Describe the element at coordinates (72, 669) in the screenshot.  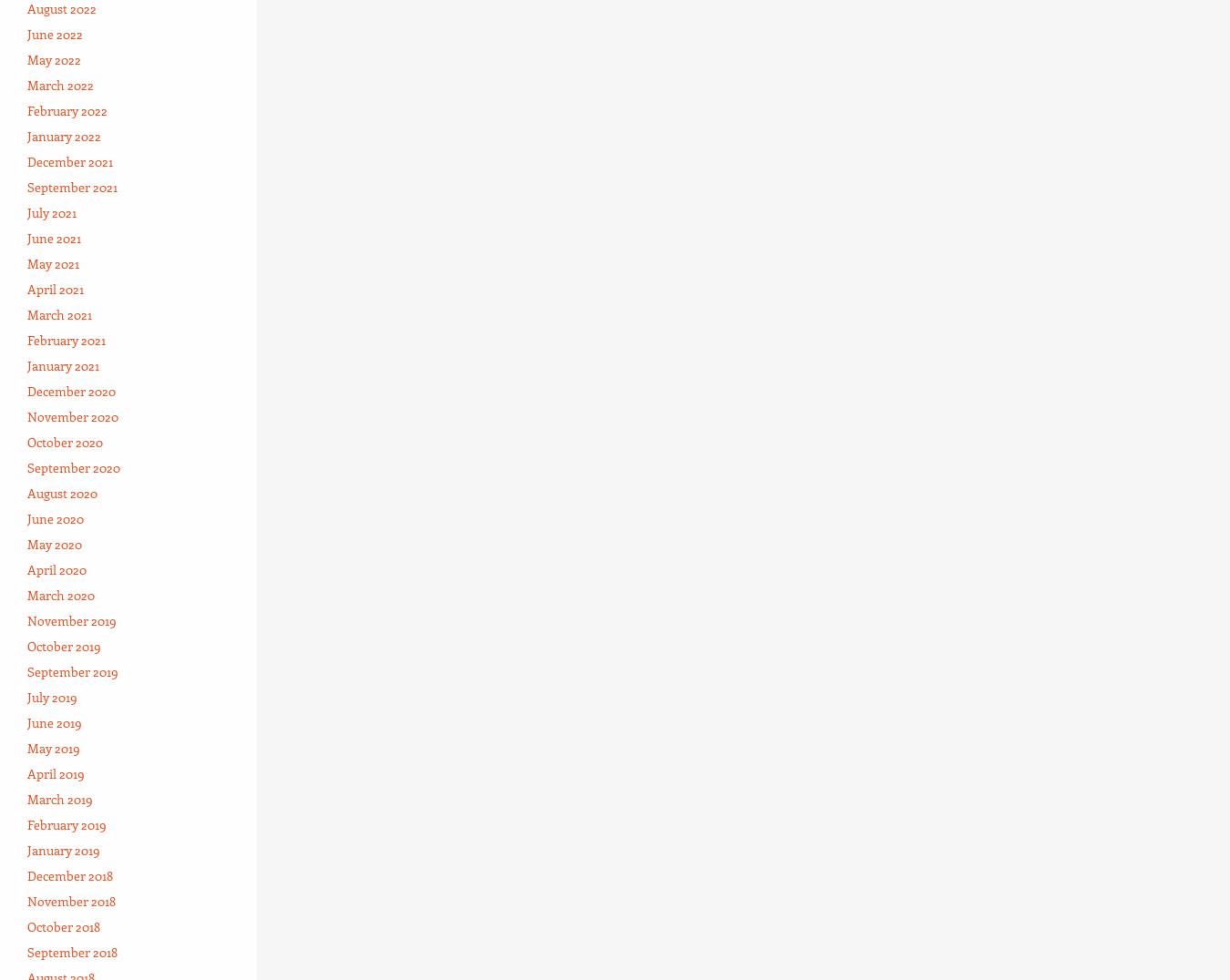
I see `'September 2019'` at that location.